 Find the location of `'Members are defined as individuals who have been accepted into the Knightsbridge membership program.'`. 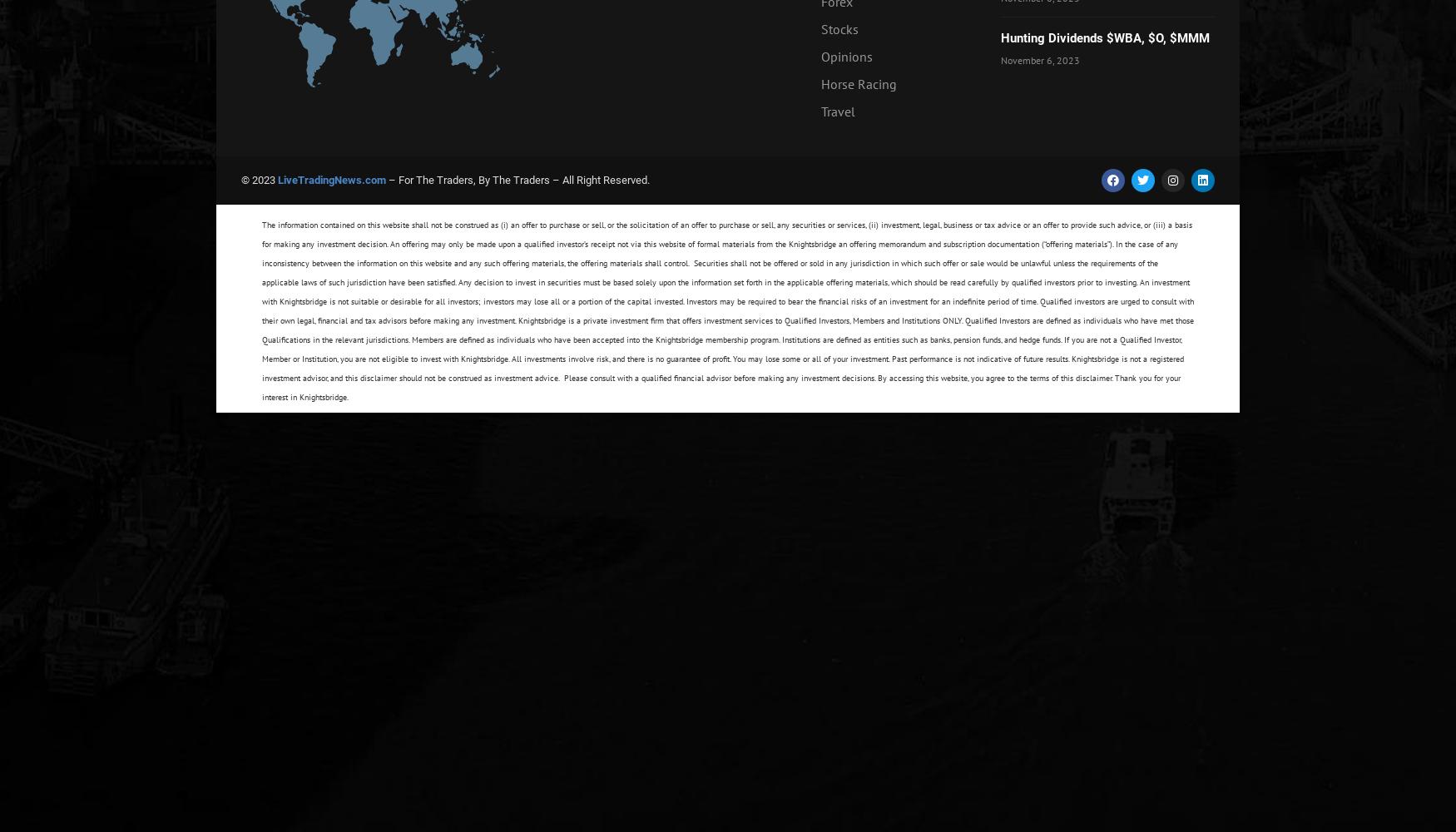

'Members are defined as individuals who have been accepted into the Knightsbridge membership program.' is located at coordinates (597, 339).